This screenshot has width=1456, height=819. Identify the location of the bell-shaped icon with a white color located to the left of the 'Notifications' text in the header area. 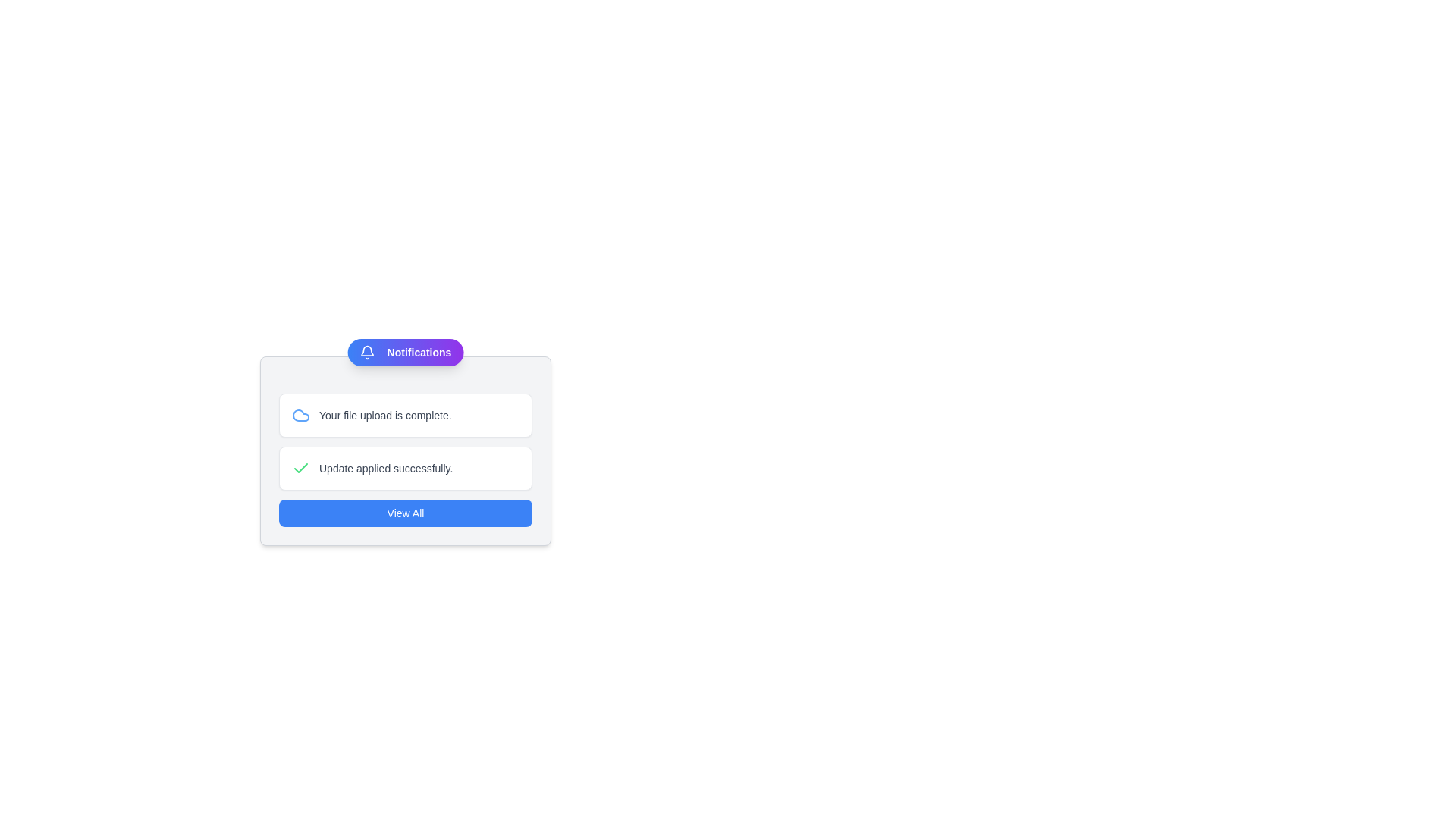
(367, 353).